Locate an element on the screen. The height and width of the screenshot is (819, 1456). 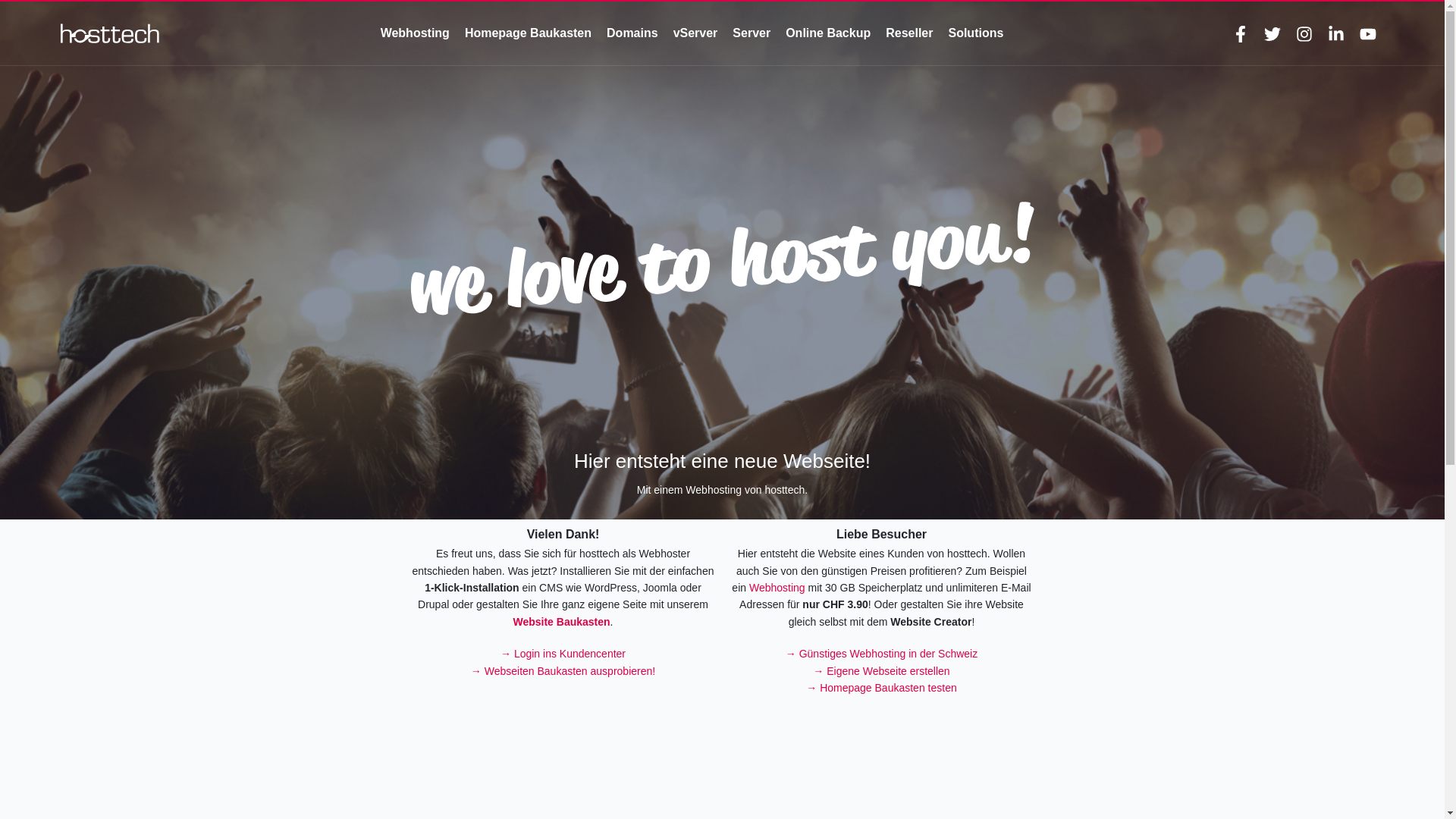
'Homepage Baukasten' is located at coordinates (528, 33).